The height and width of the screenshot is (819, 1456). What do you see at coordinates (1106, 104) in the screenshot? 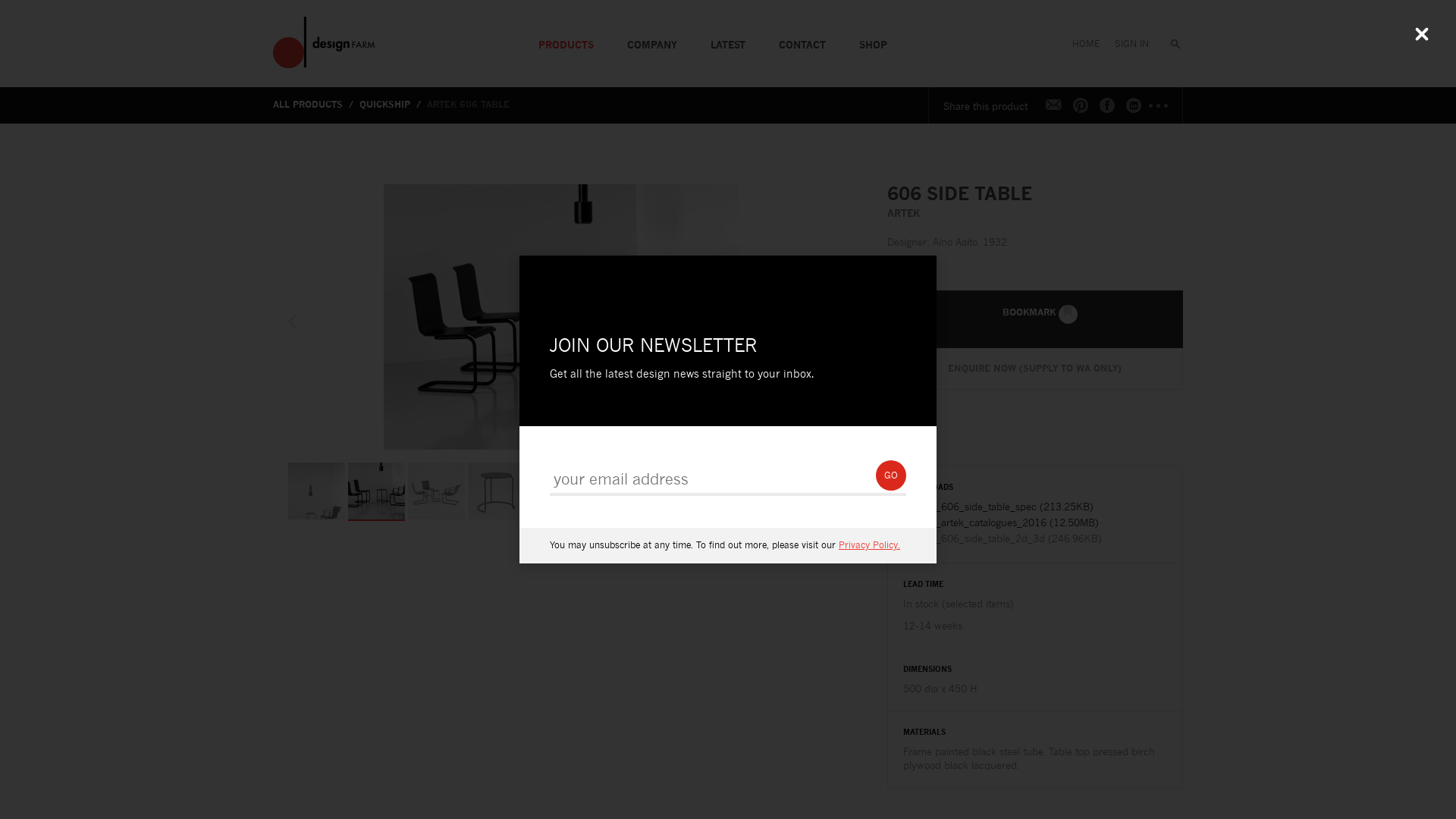
I see `'Share this on Facebook'` at bounding box center [1106, 104].